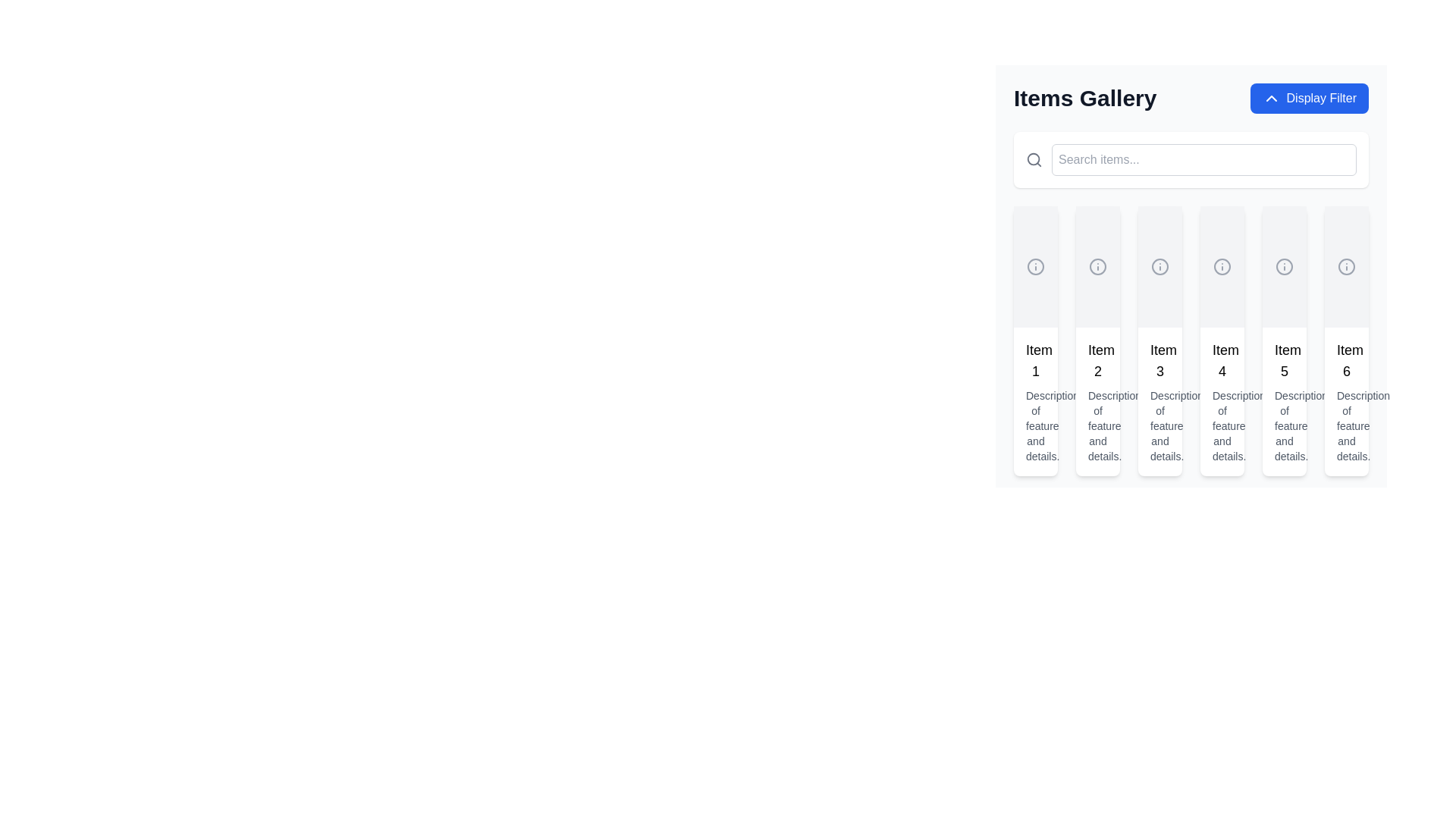 This screenshot has width=1456, height=819. Describe the element at coordinates (1098, 265) in the screenshot. I see `the circular icon with an exclamation mark located in the upper central area of the card labeled 'Item 2'` at that location.